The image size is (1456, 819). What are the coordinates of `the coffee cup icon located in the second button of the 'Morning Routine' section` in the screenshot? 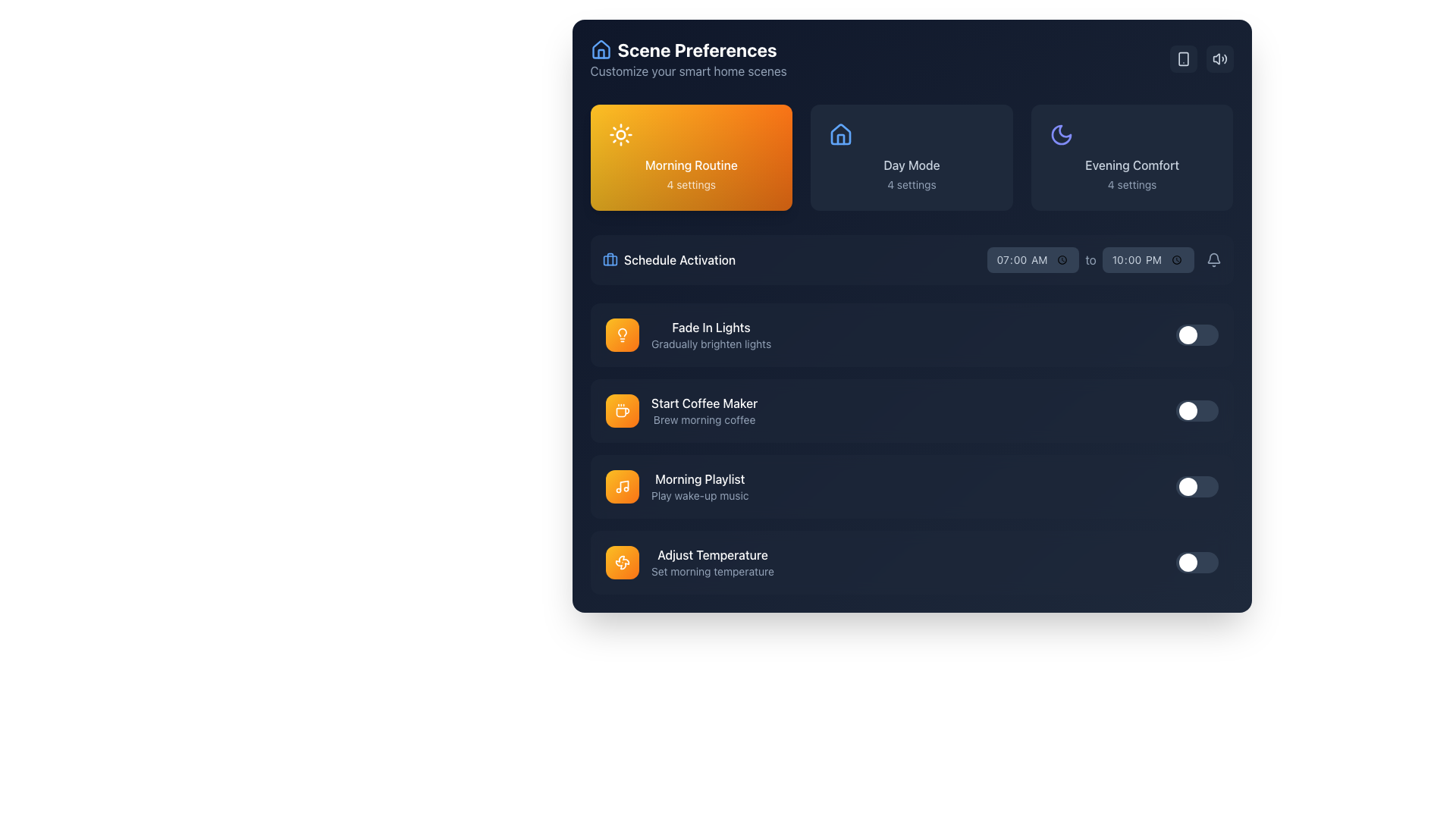 It's located at (622, 411).